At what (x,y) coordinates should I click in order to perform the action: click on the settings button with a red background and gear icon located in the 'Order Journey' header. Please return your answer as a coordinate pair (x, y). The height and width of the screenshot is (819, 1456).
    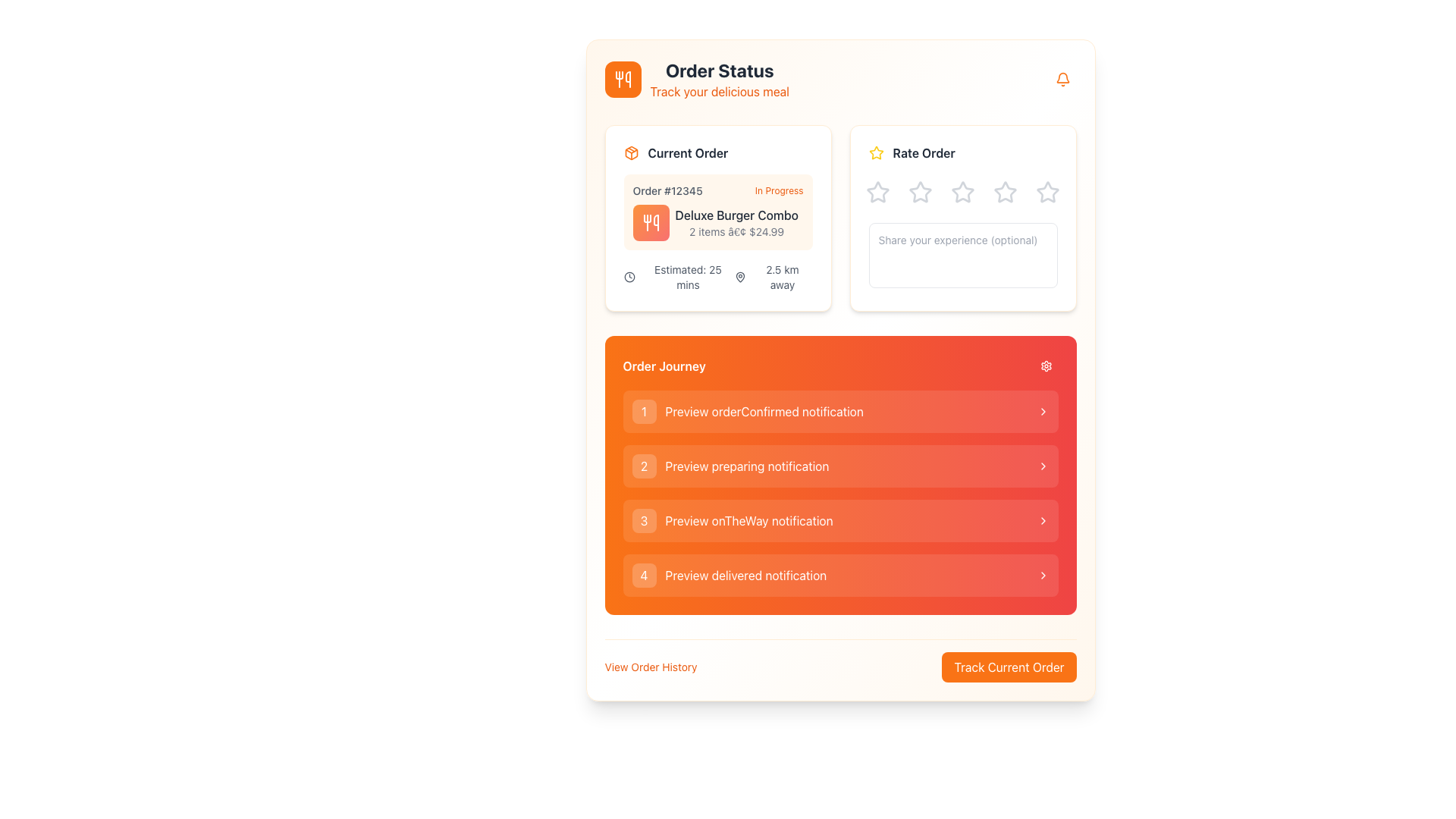
    Looking at the image, I should click on (1045, 366).